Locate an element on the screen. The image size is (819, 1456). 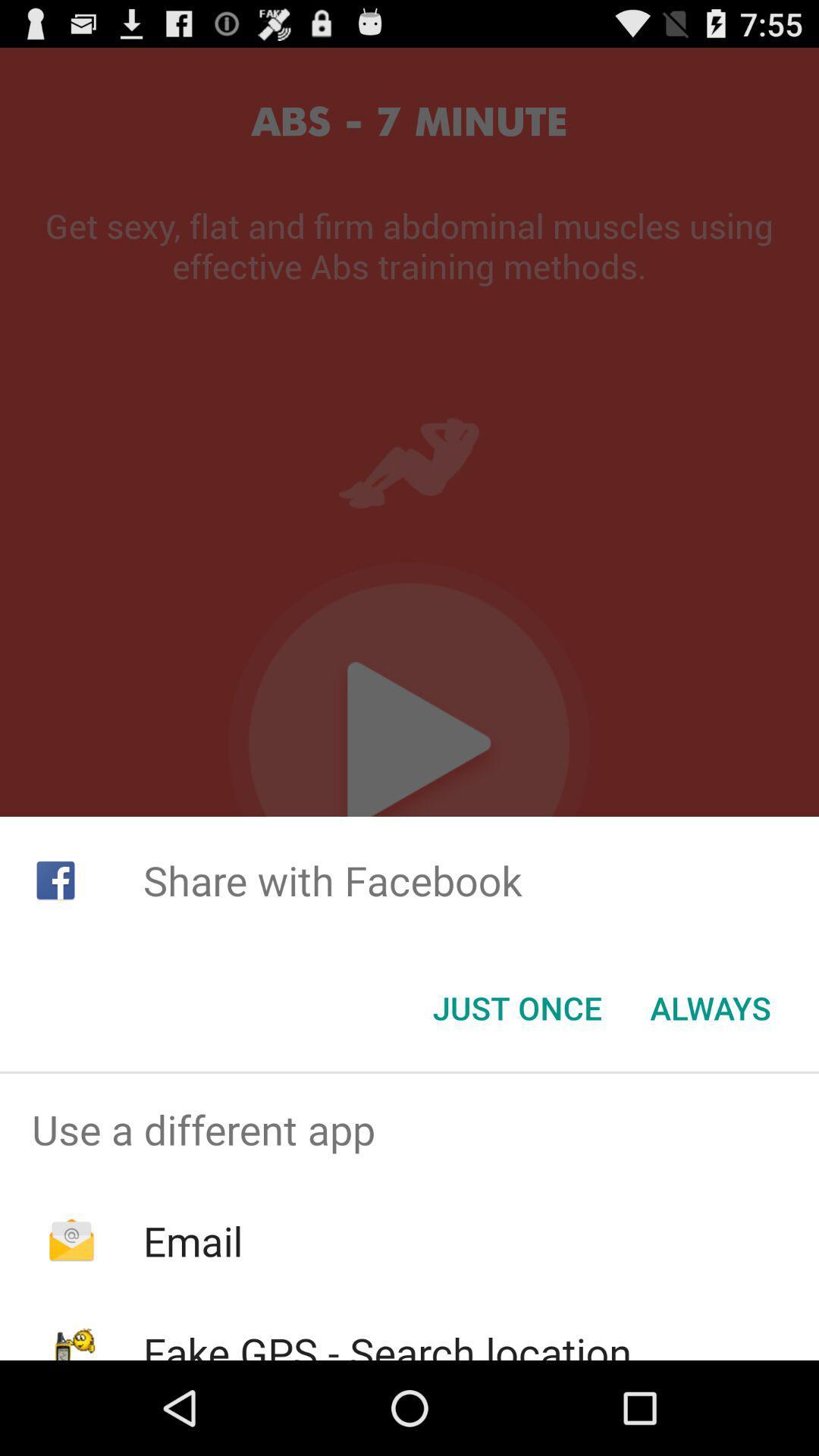
the always item is located at coordinates (711, 1008).